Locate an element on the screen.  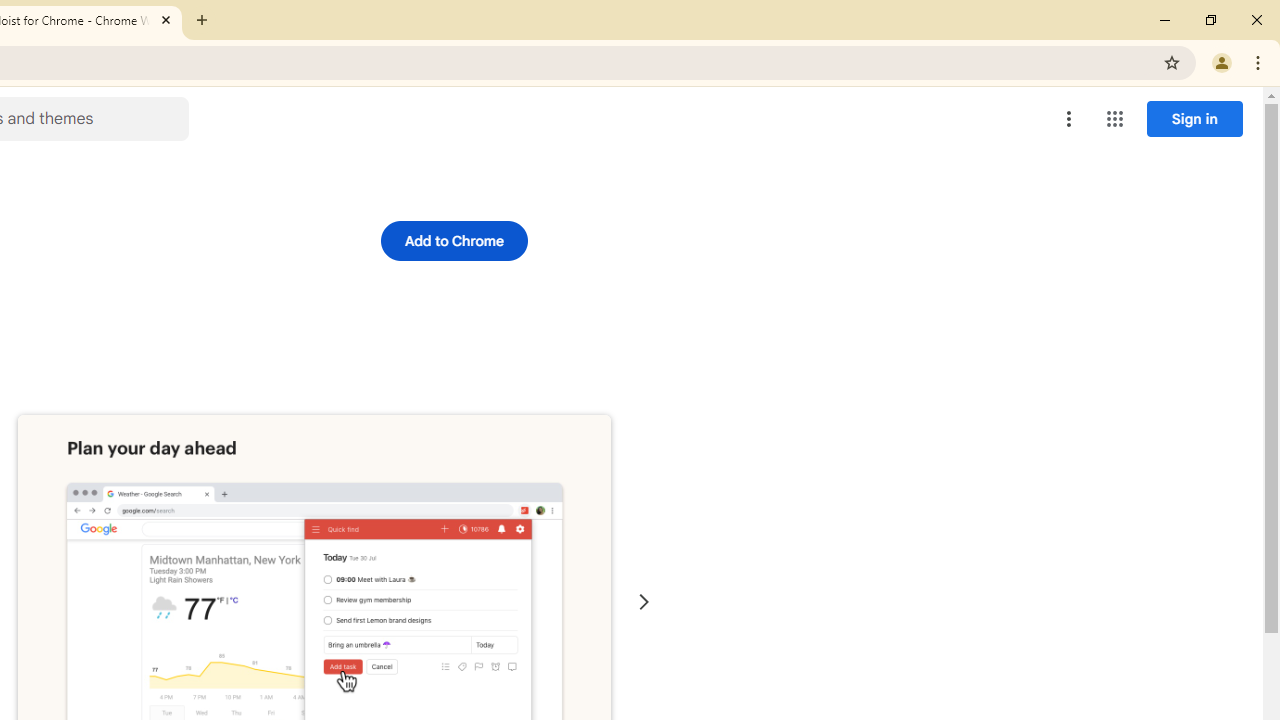
'Next slide' is located at coordinates (643, 601).